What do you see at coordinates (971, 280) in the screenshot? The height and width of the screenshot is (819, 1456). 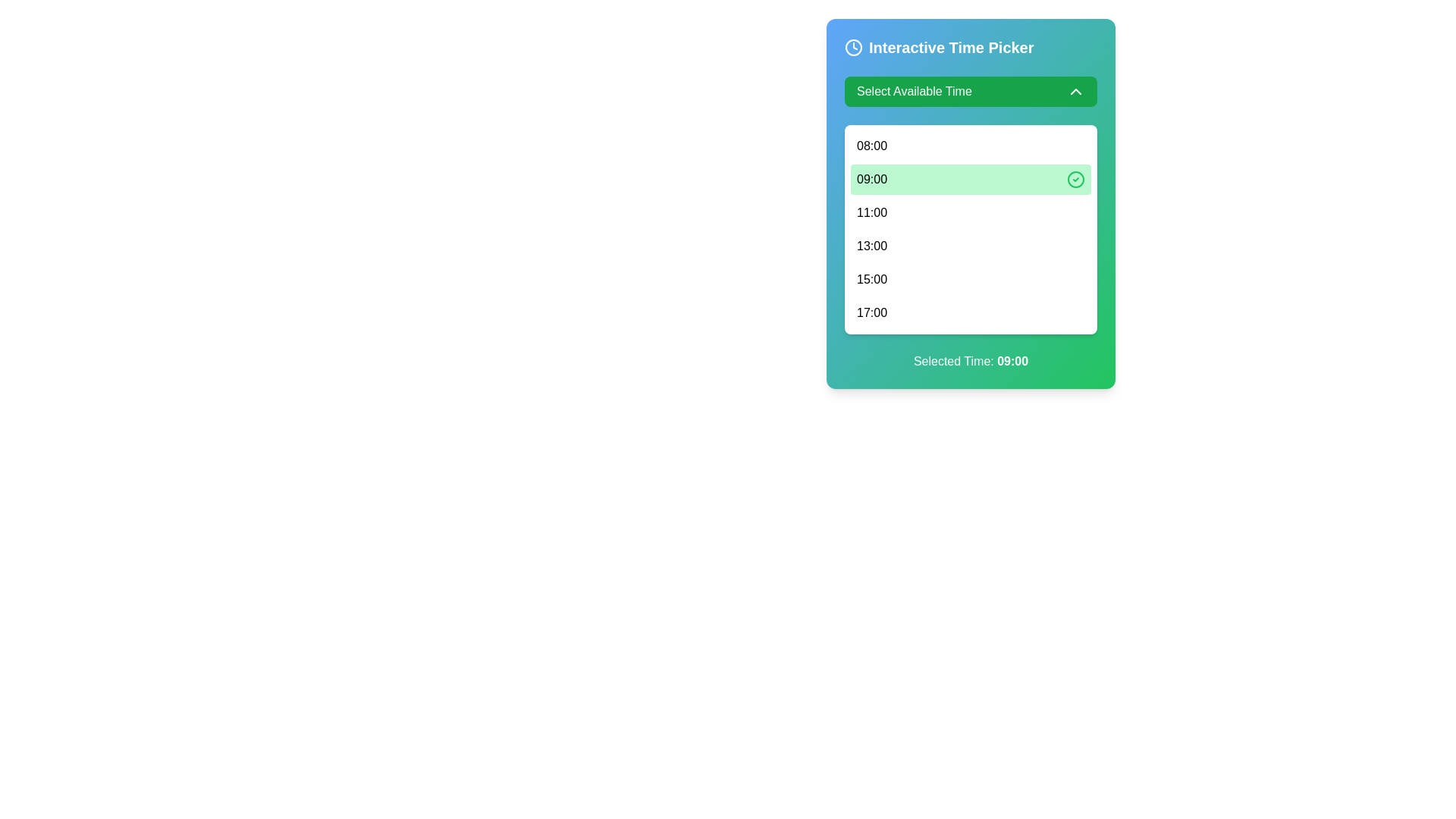 I see `the fifth item in the time selection list, which represents '15:00'` at bounding box center [971, 280].